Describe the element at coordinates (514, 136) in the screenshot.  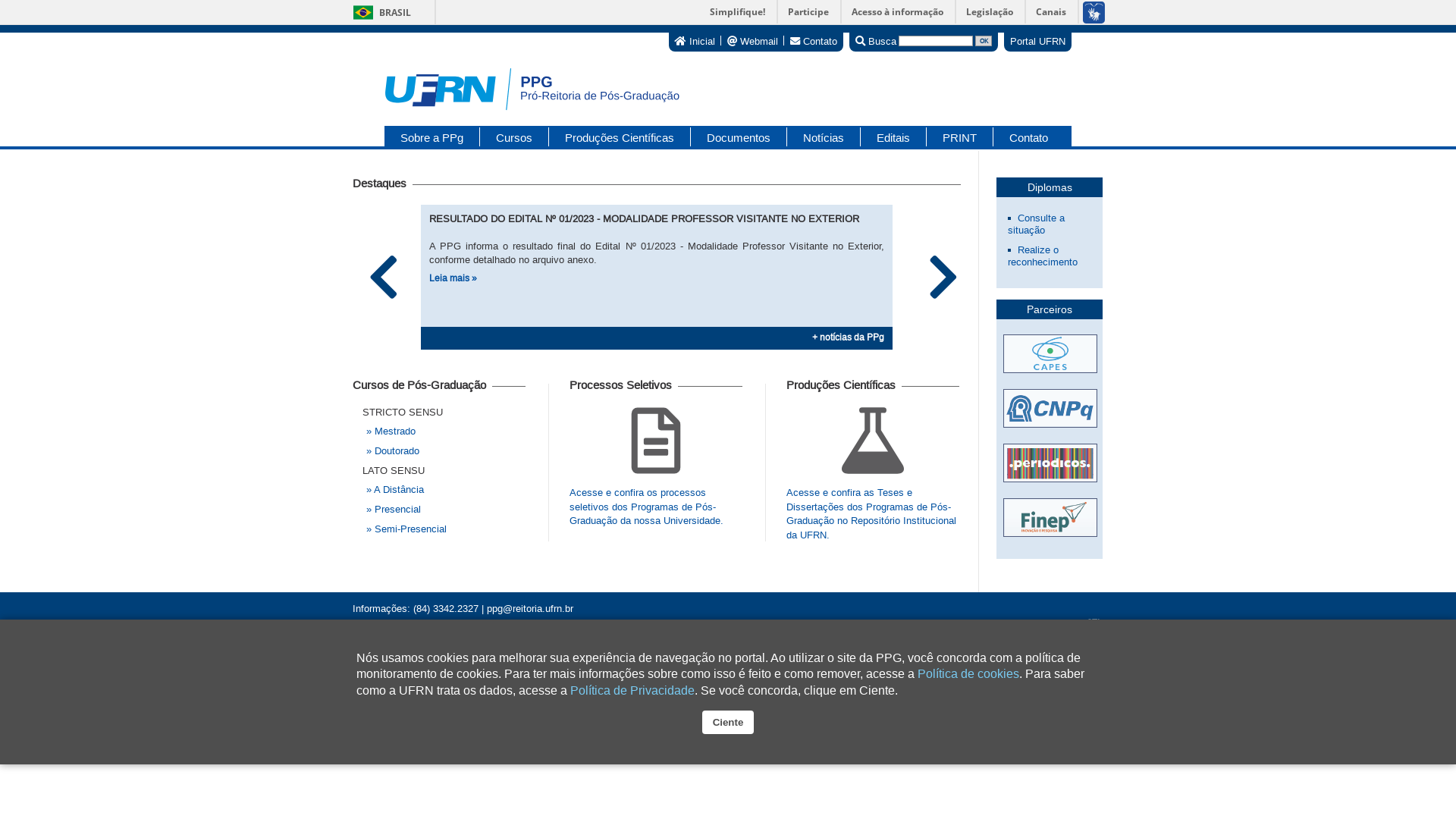
I see `'Cursos'` at that location.